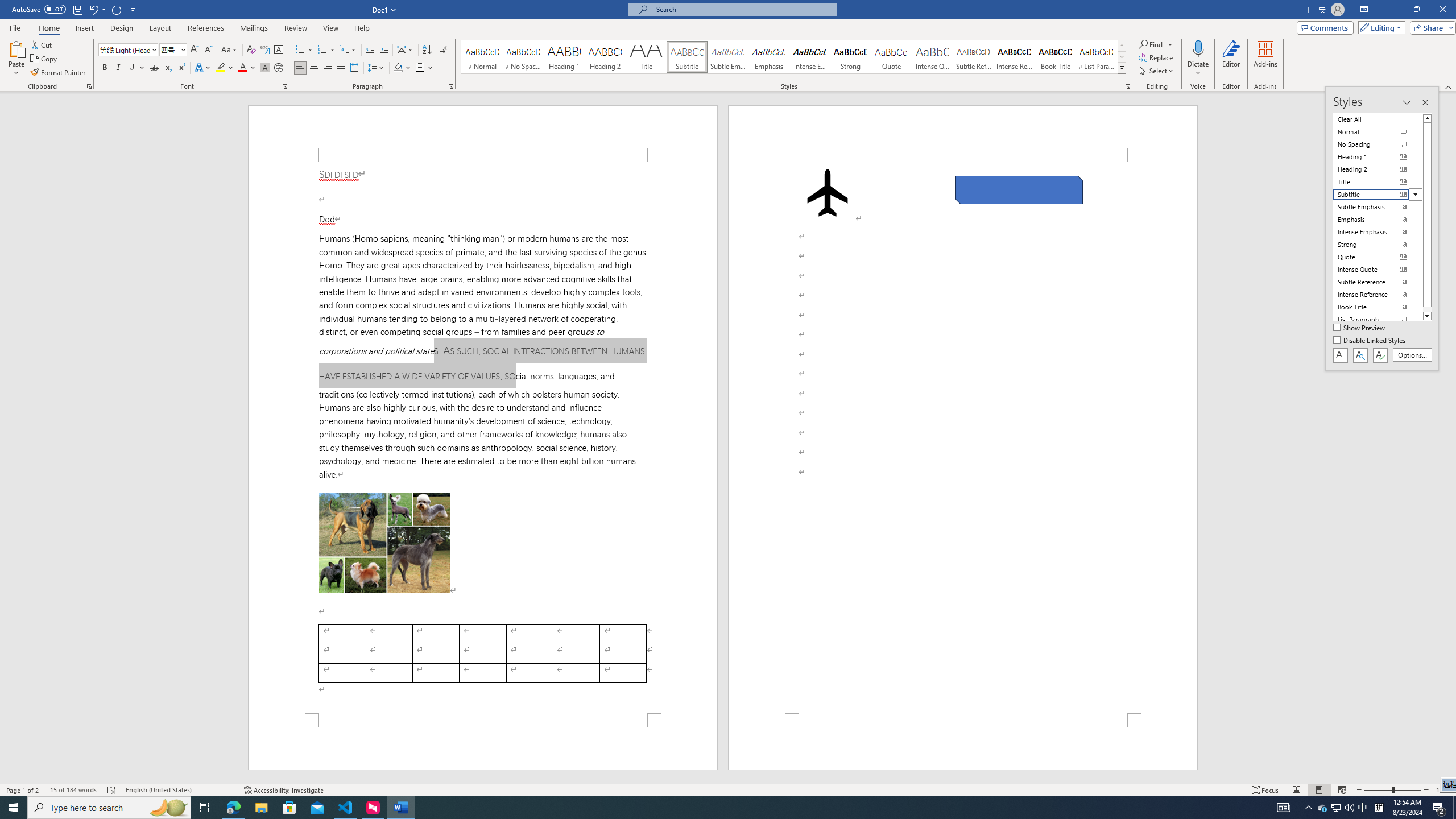  I want to click on 'Asian Layout', so click(405, 49).